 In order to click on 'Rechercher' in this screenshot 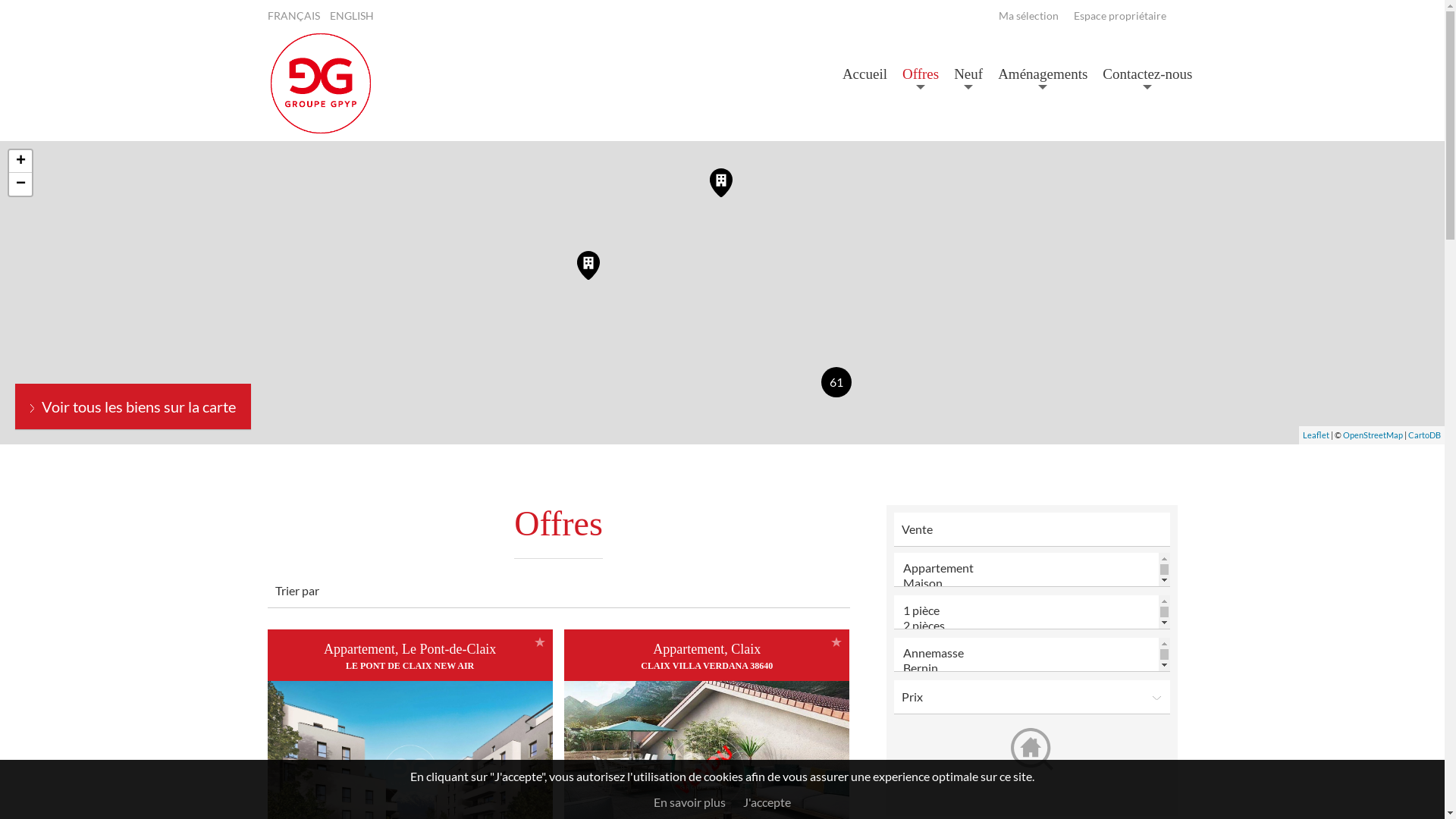, I will do `click(1031, 748)`.